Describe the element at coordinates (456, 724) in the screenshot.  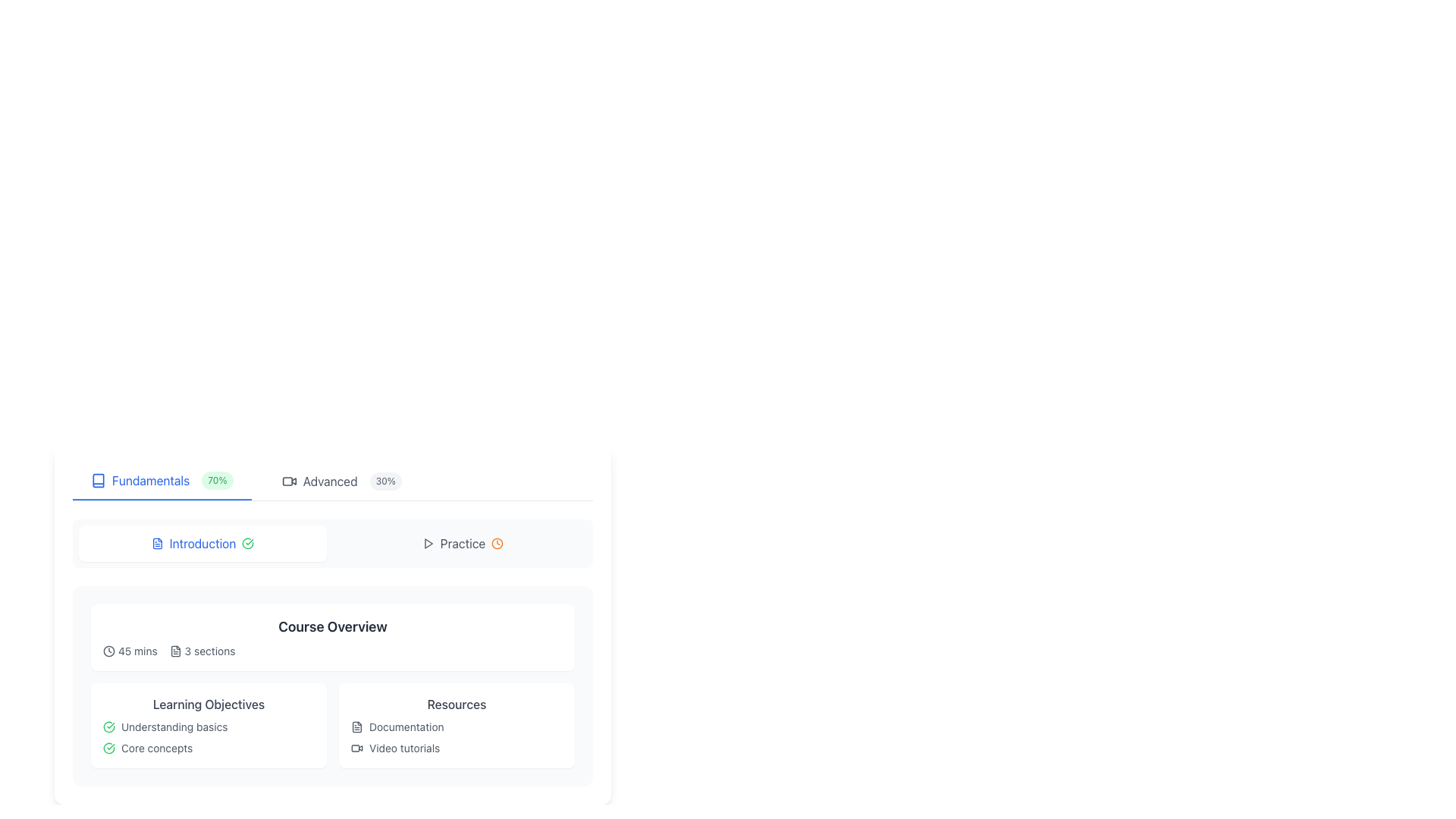
I see `the 'Documentation' link in the resource card located in the bottom-right corner of the two-column grid layout` at that location.